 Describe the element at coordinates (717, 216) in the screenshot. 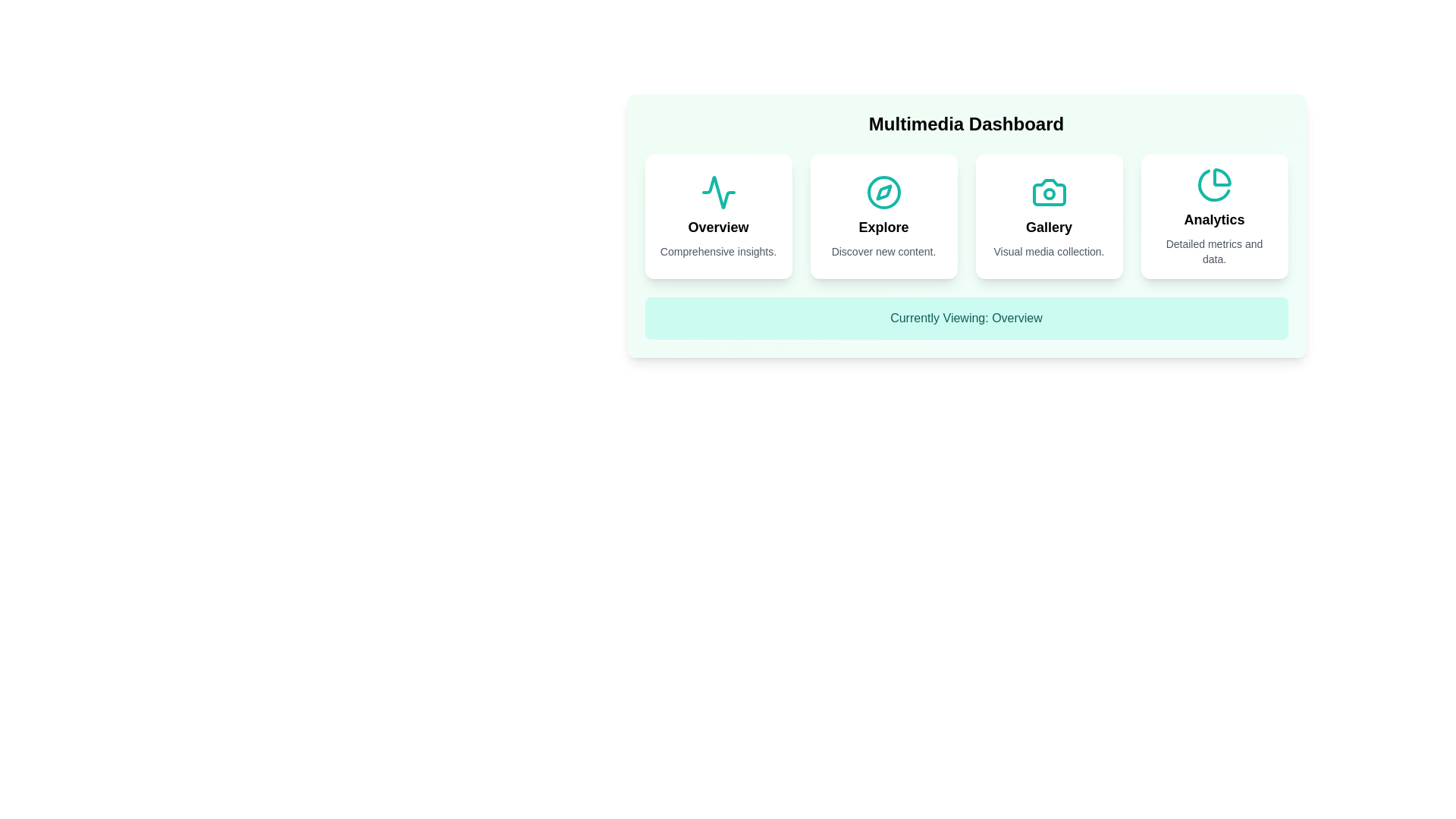

I see `the section Overview by clicking on its card` at that location.